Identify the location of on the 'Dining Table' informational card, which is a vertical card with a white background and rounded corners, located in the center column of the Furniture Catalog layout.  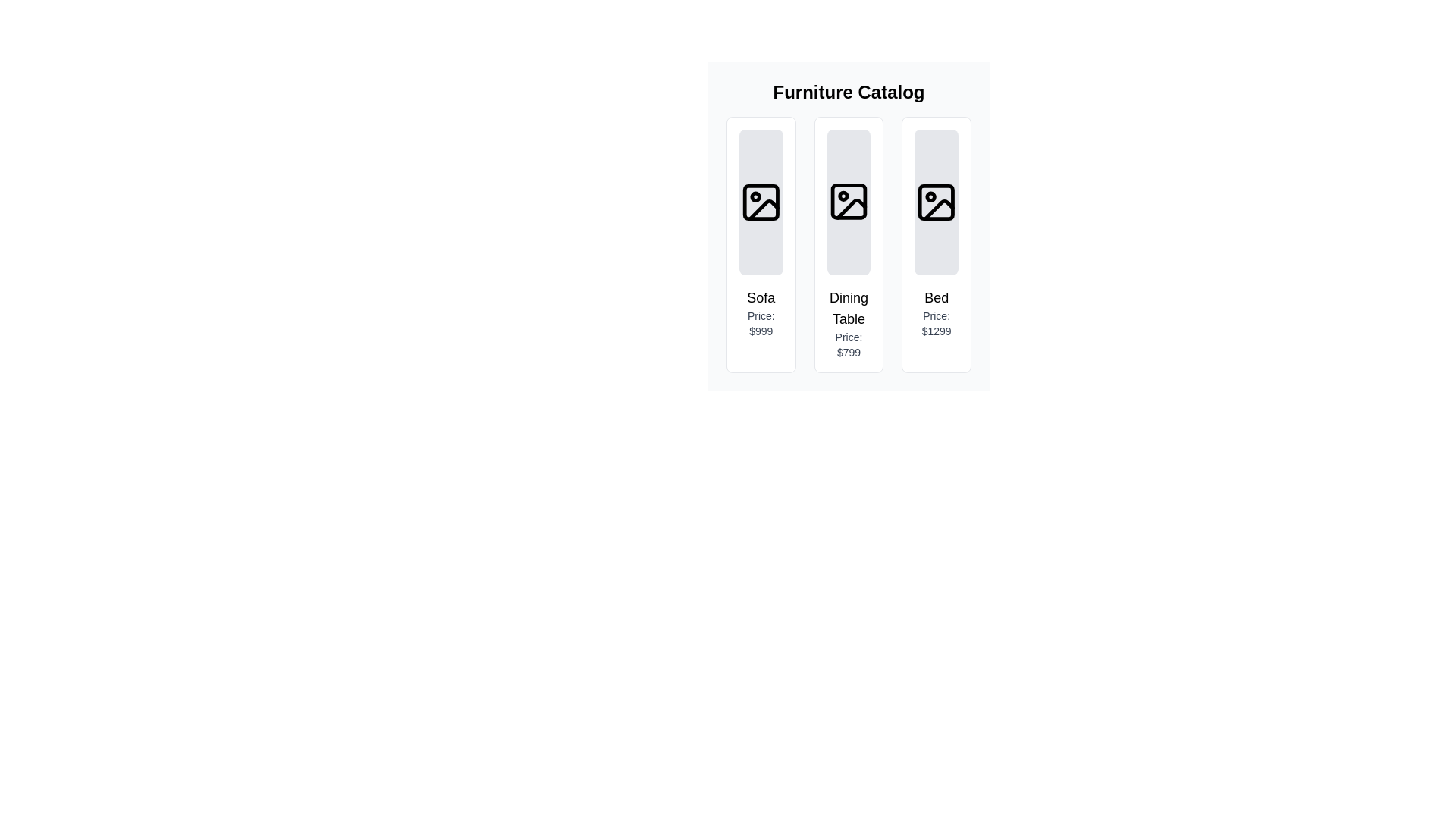
(848, 227).